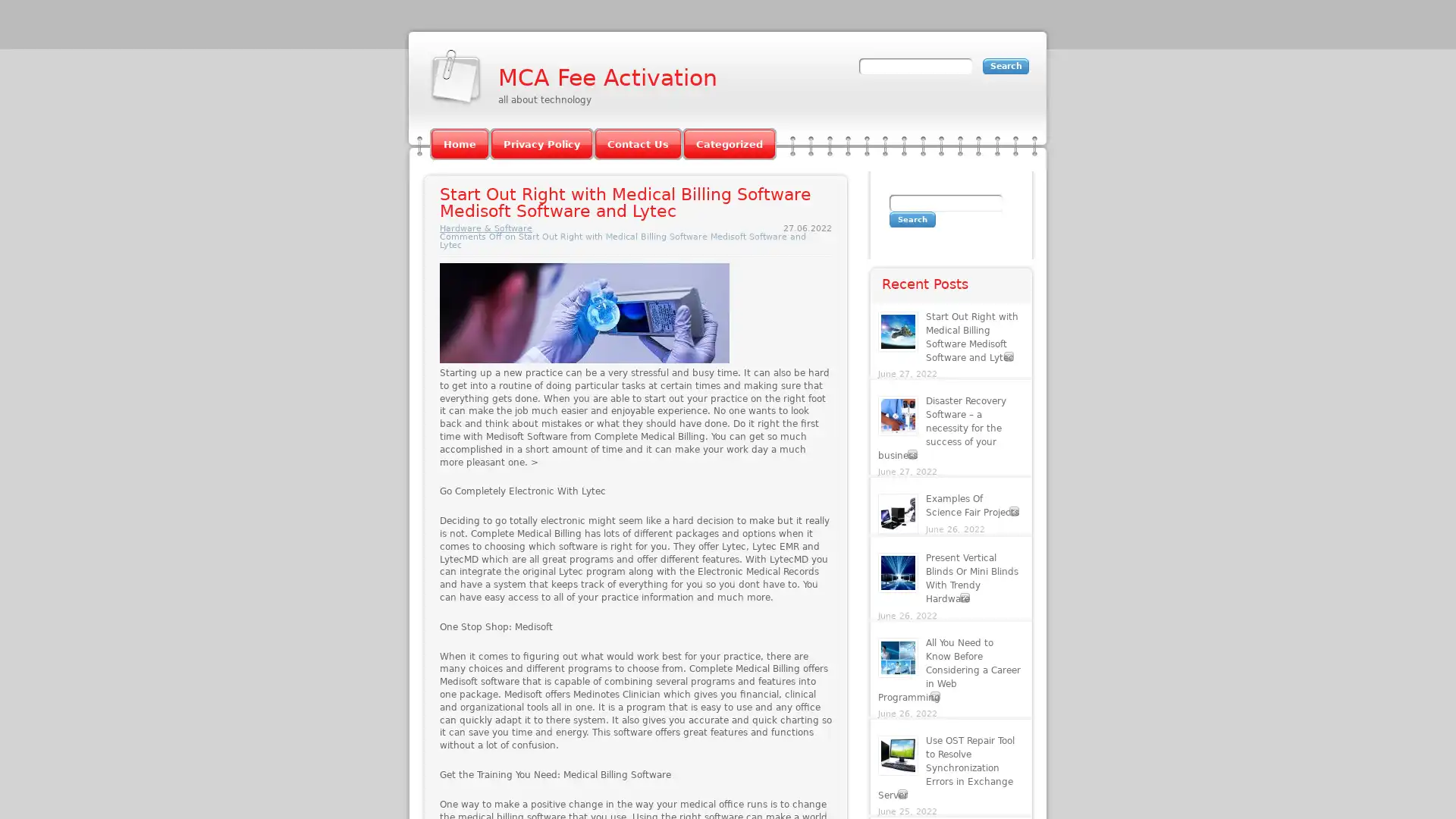 Image resolution: width=1456 pixels, height=819 pixels. What do you see at coordinates (1006, 65) in the screenshot?
I see `Search` at bounding box center [1006, 65].